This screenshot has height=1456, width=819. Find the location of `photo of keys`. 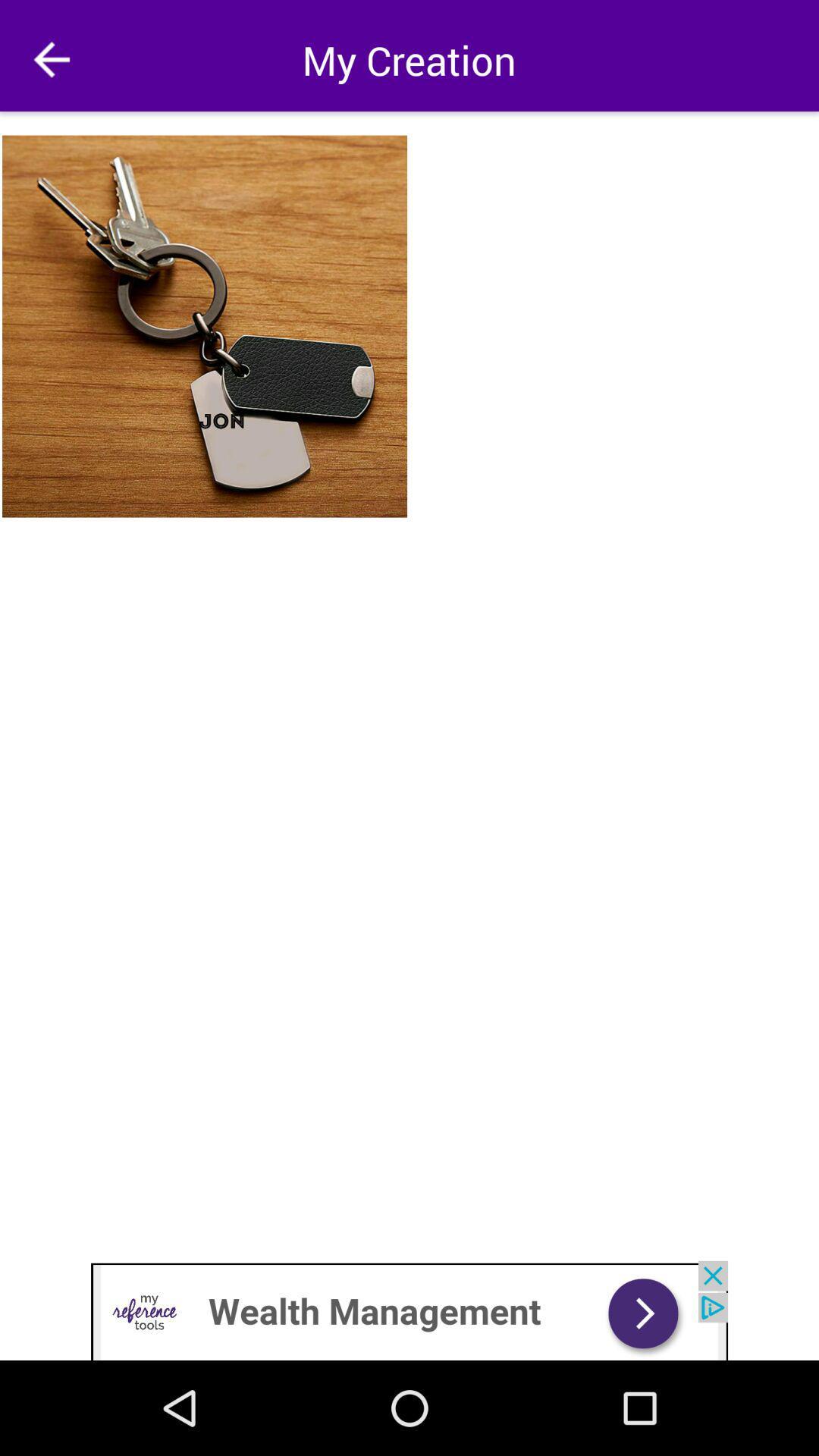

photo of keys is located at coordinates (206, 325).